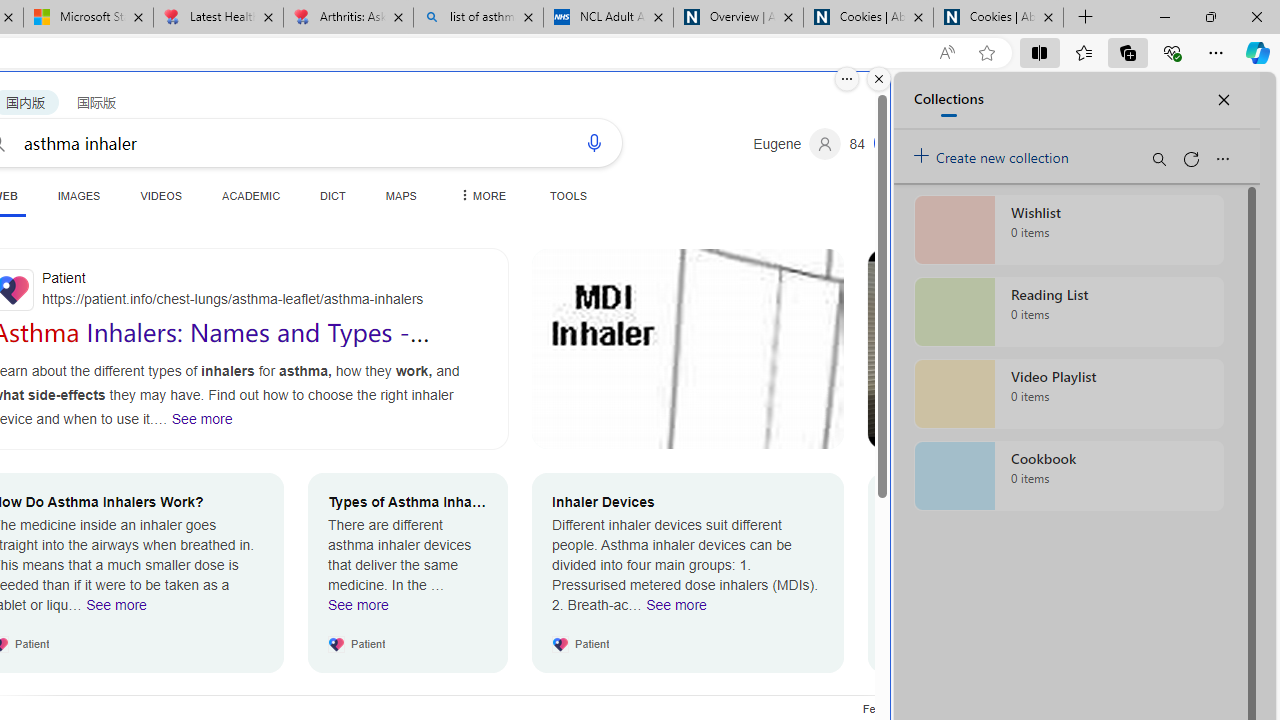 The height and width of the screenshot is (720, 1280). I want to click on 'AutomationID: serp_medal_svg', so click(887, 141).